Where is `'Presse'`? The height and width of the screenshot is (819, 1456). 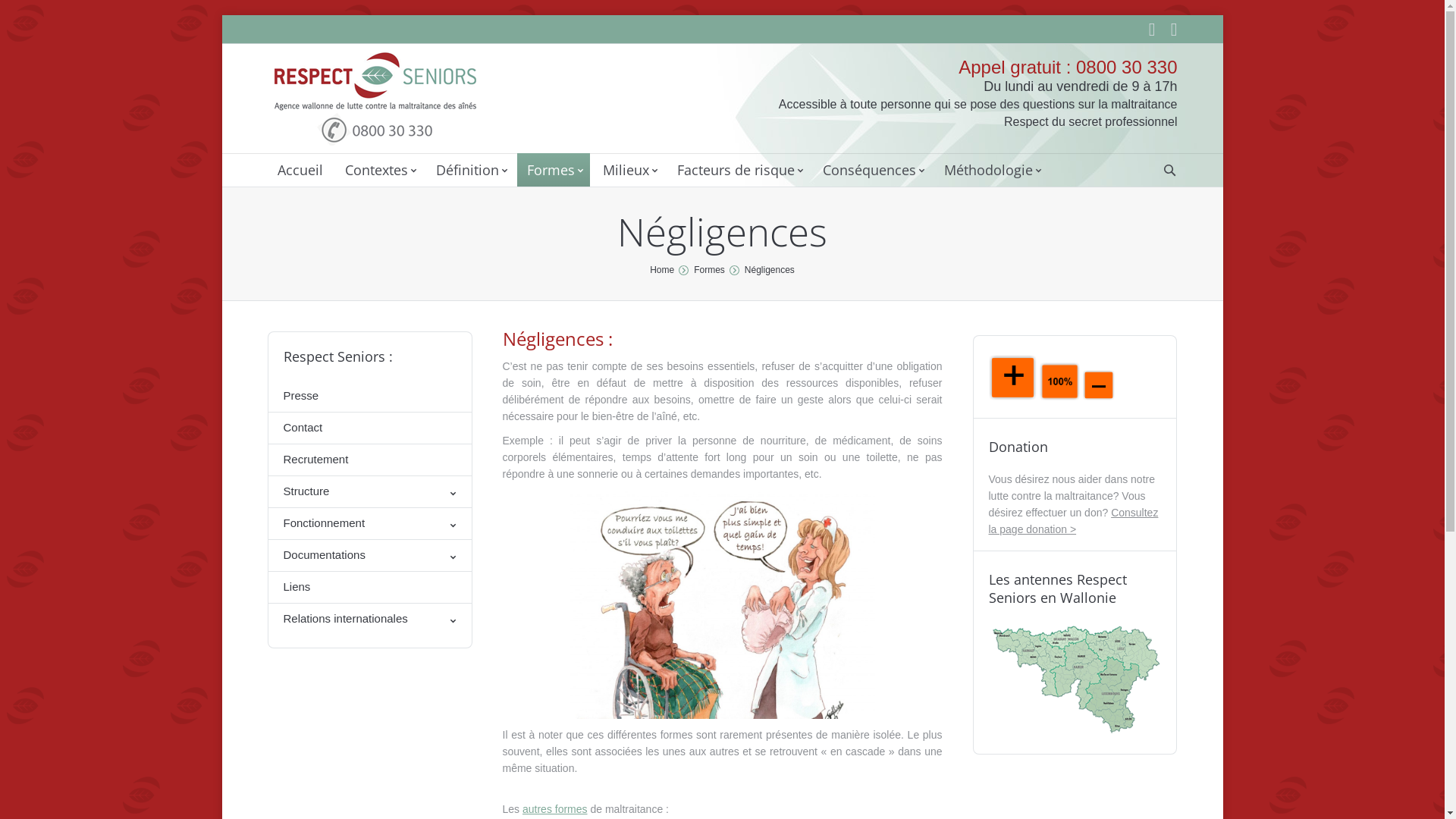 'Presse' is located at coordinates (370, 395).